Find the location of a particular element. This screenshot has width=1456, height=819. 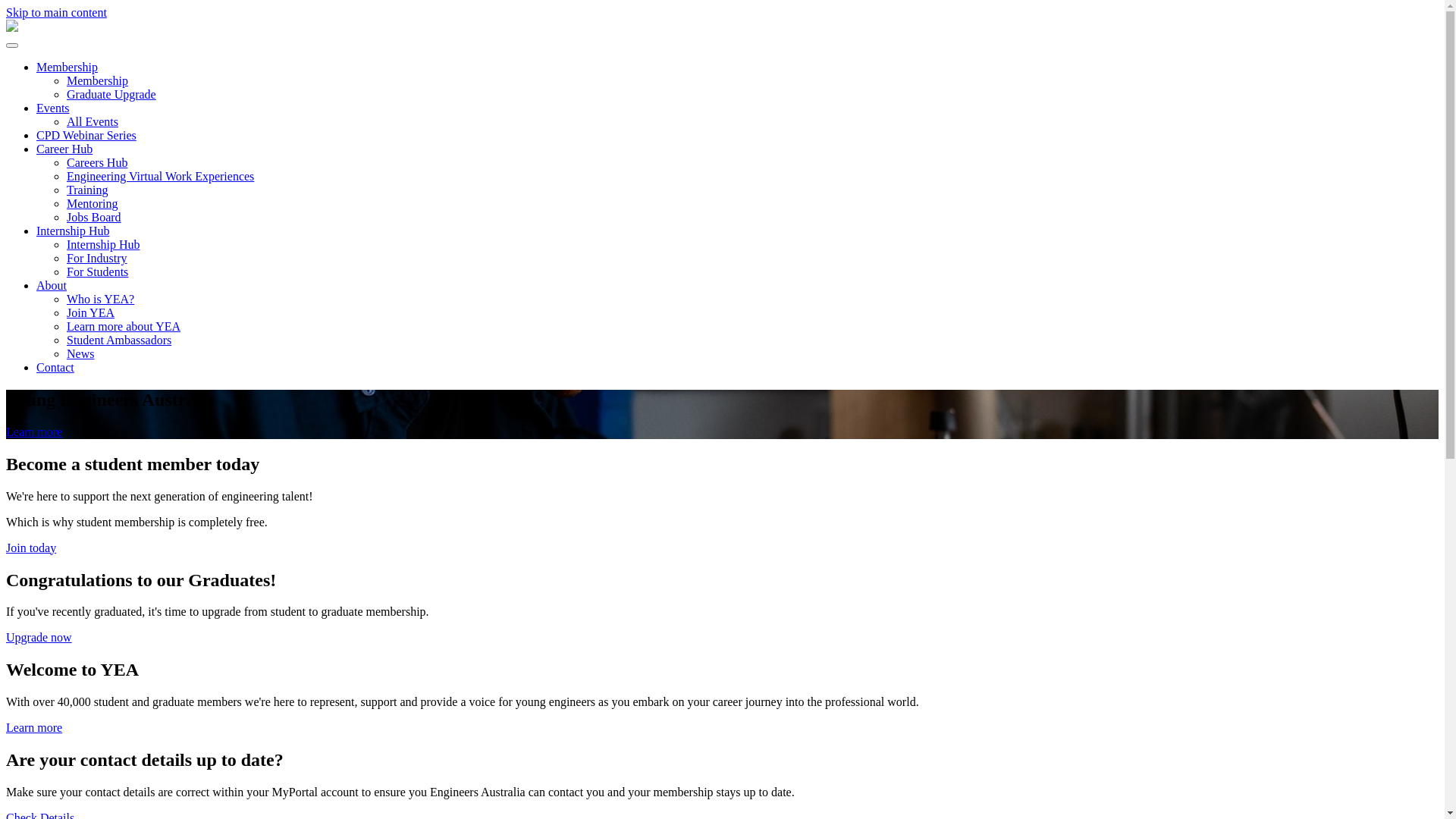

'For Industry' is located at coordinates (96, 257).